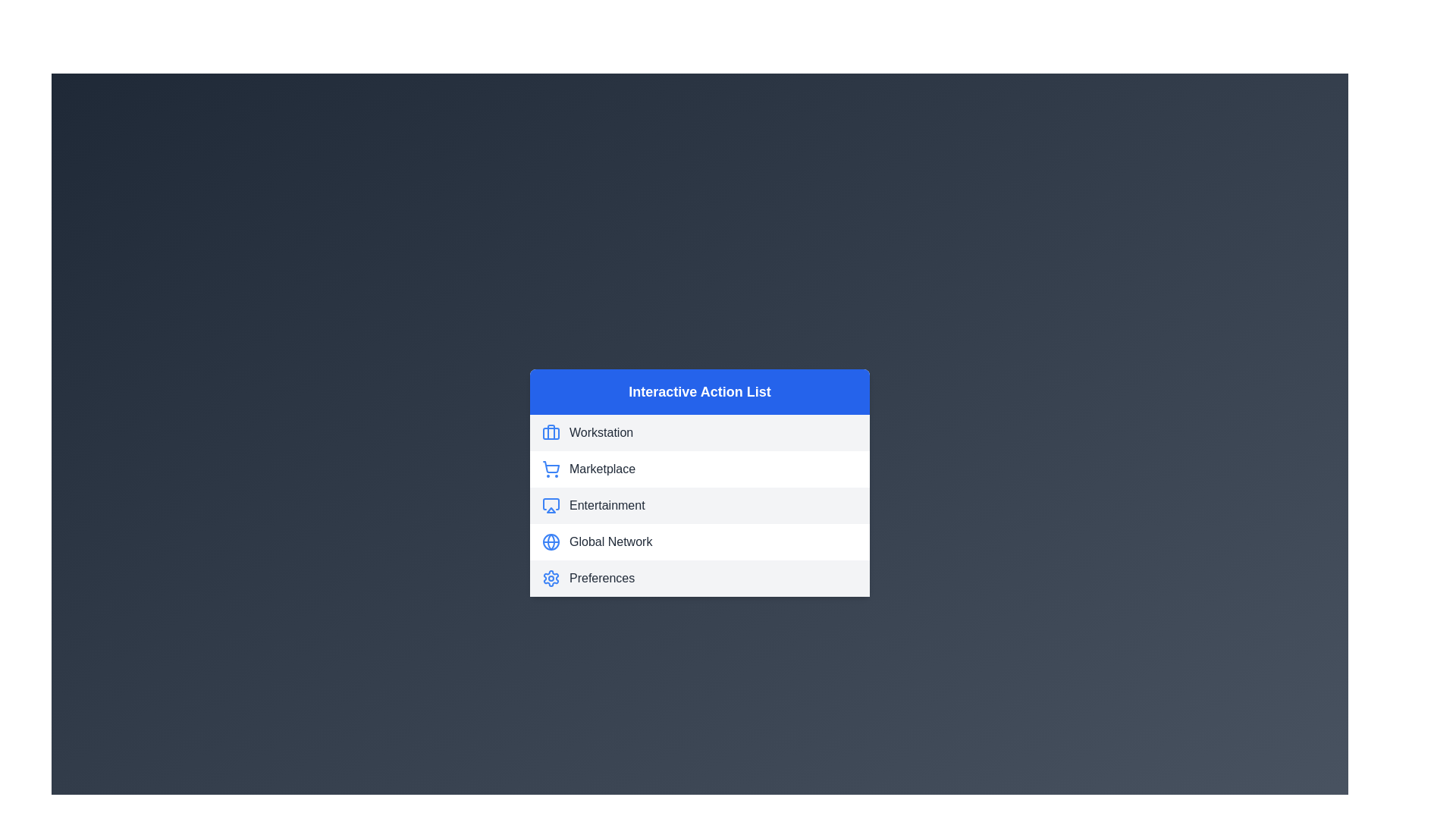 Image resolution: width=1456 pixels, height=819 pixels. What do you see at coordinates (551, 466) in the screenshot?
I see `the shopping cart icon, which is the second icon in the 'Interactive Action List' under 'Marketplace'` at bounding box center [551, 466].